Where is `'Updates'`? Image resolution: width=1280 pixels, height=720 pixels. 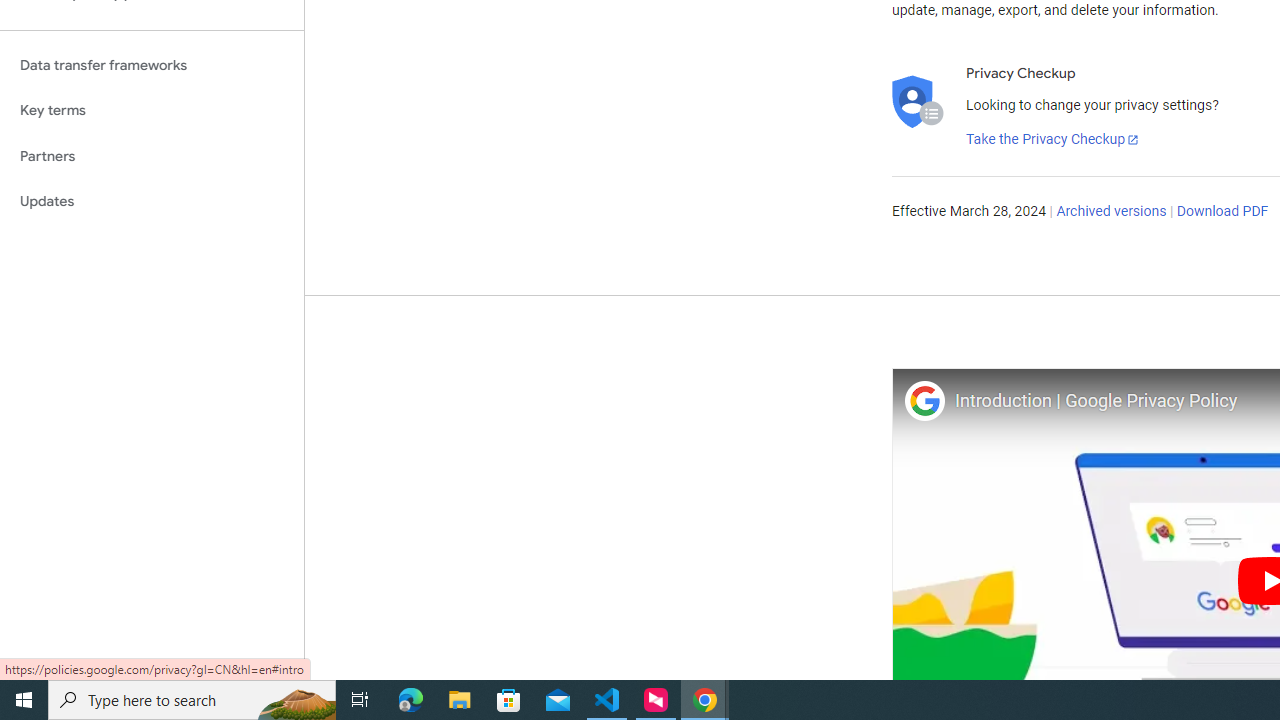
'Updates' is located at coordinates (151, 201).